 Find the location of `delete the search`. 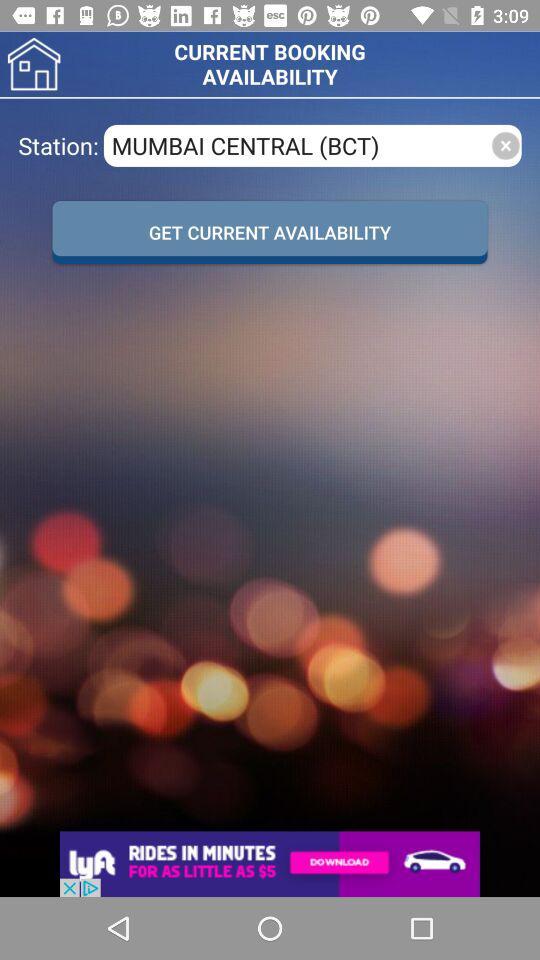

delete the search is located at coordinates (504, 144).